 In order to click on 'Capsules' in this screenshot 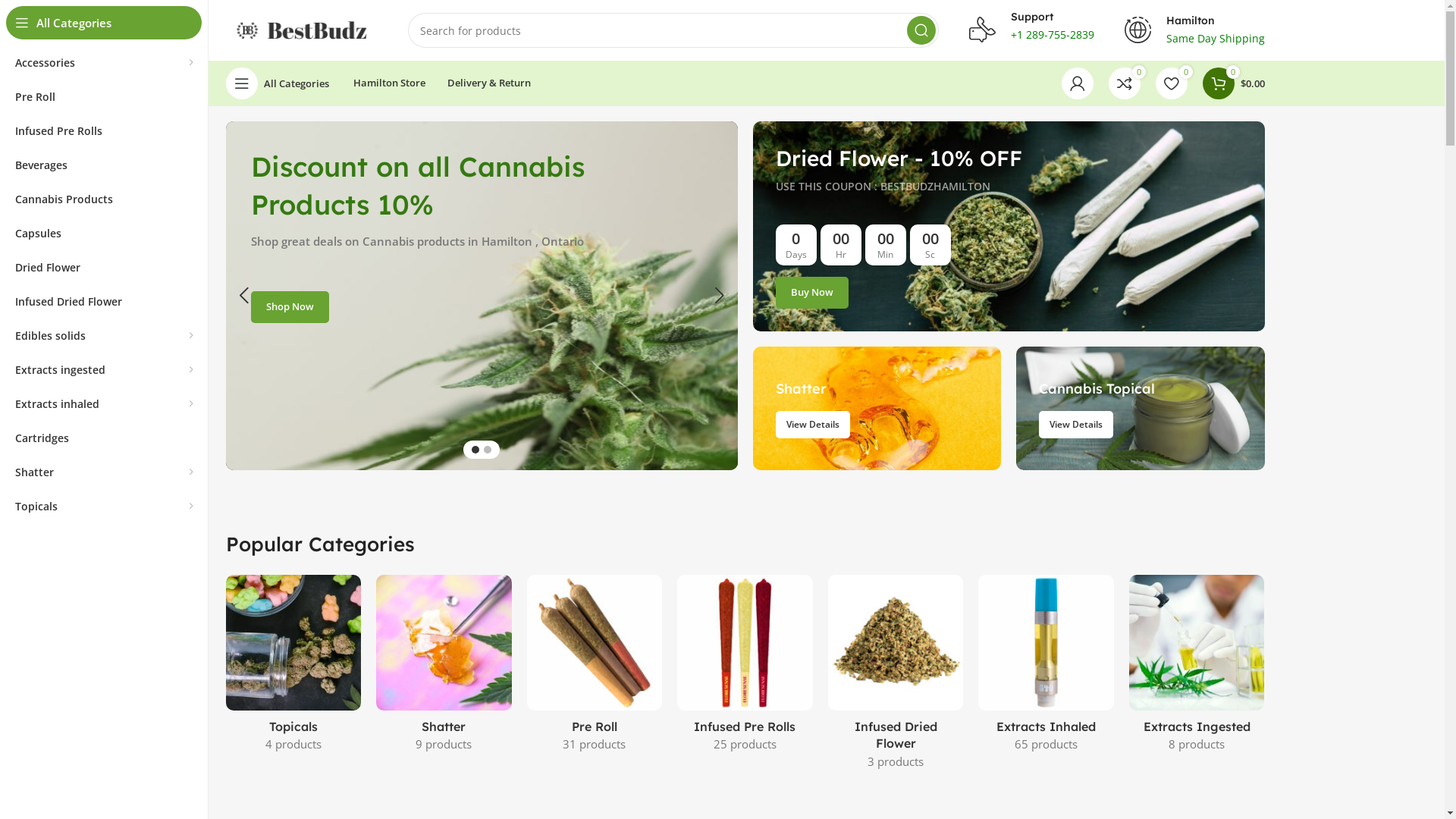, I will do `click(103, 233)`.